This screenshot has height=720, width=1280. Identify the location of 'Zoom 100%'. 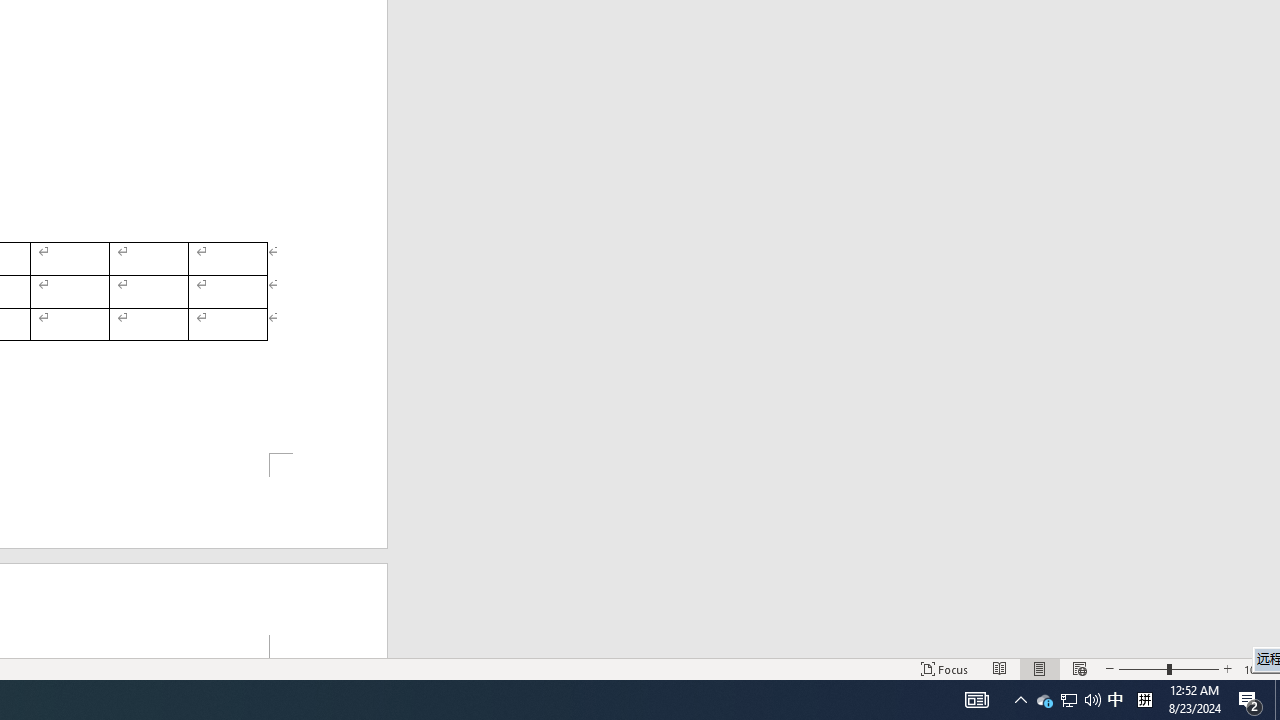
(1257, 669).